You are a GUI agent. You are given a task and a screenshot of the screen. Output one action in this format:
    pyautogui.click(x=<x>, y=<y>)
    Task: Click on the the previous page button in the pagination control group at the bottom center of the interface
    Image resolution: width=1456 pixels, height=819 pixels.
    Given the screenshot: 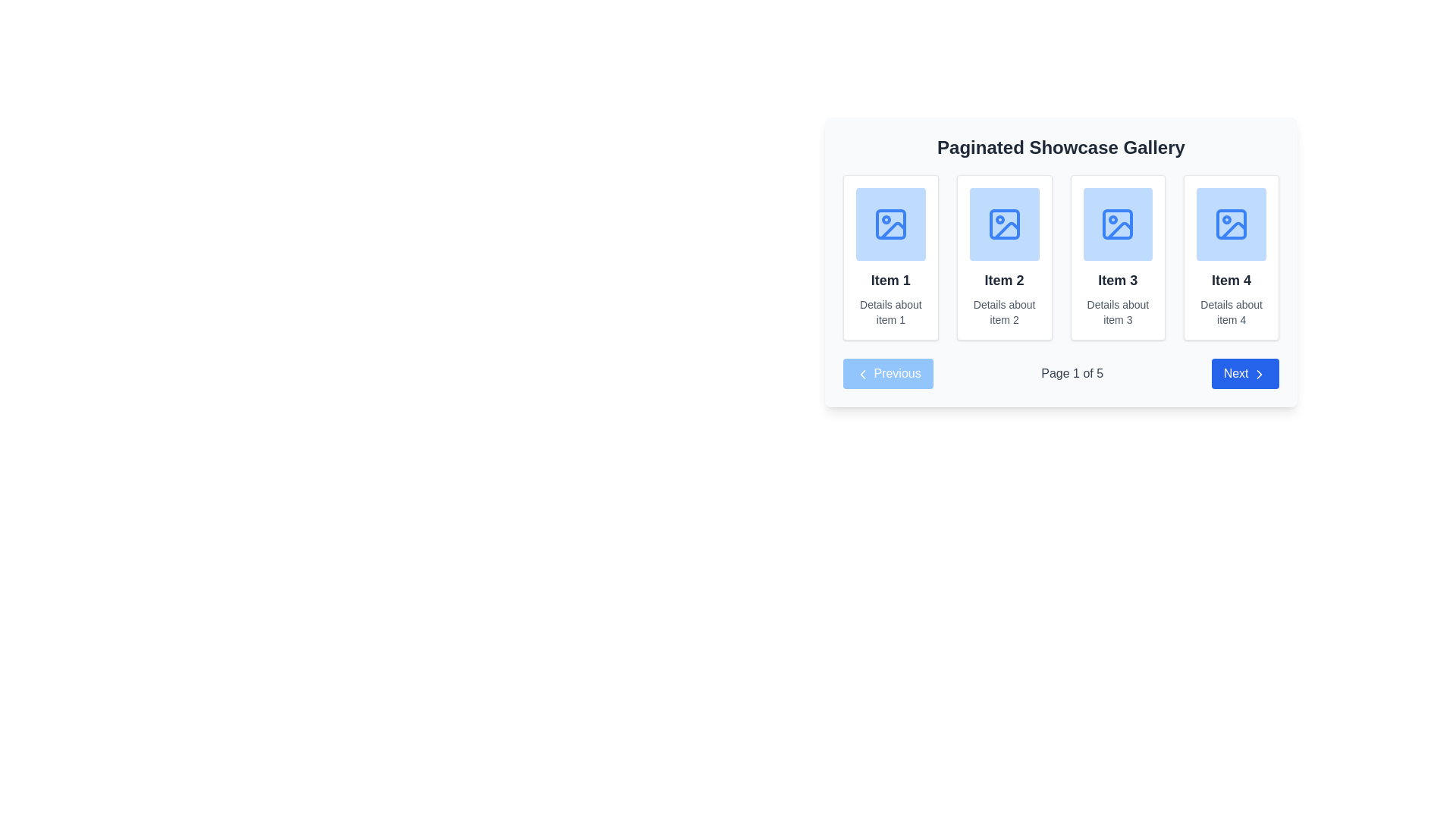 What is the action you would take?
    pyautogui.click(x=888, y=374)
    